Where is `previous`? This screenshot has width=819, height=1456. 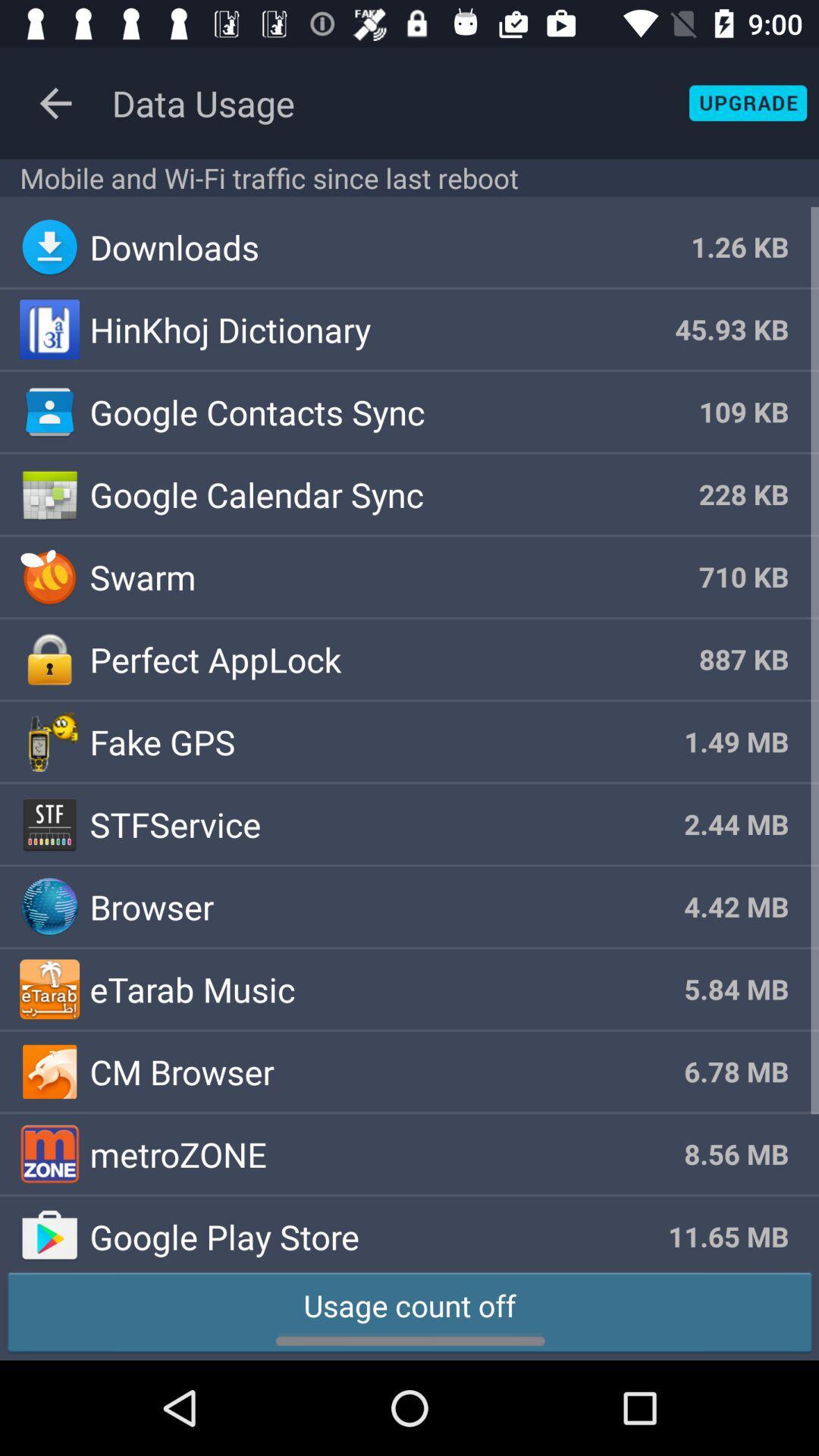 previous is located at coordinates (55, 102).